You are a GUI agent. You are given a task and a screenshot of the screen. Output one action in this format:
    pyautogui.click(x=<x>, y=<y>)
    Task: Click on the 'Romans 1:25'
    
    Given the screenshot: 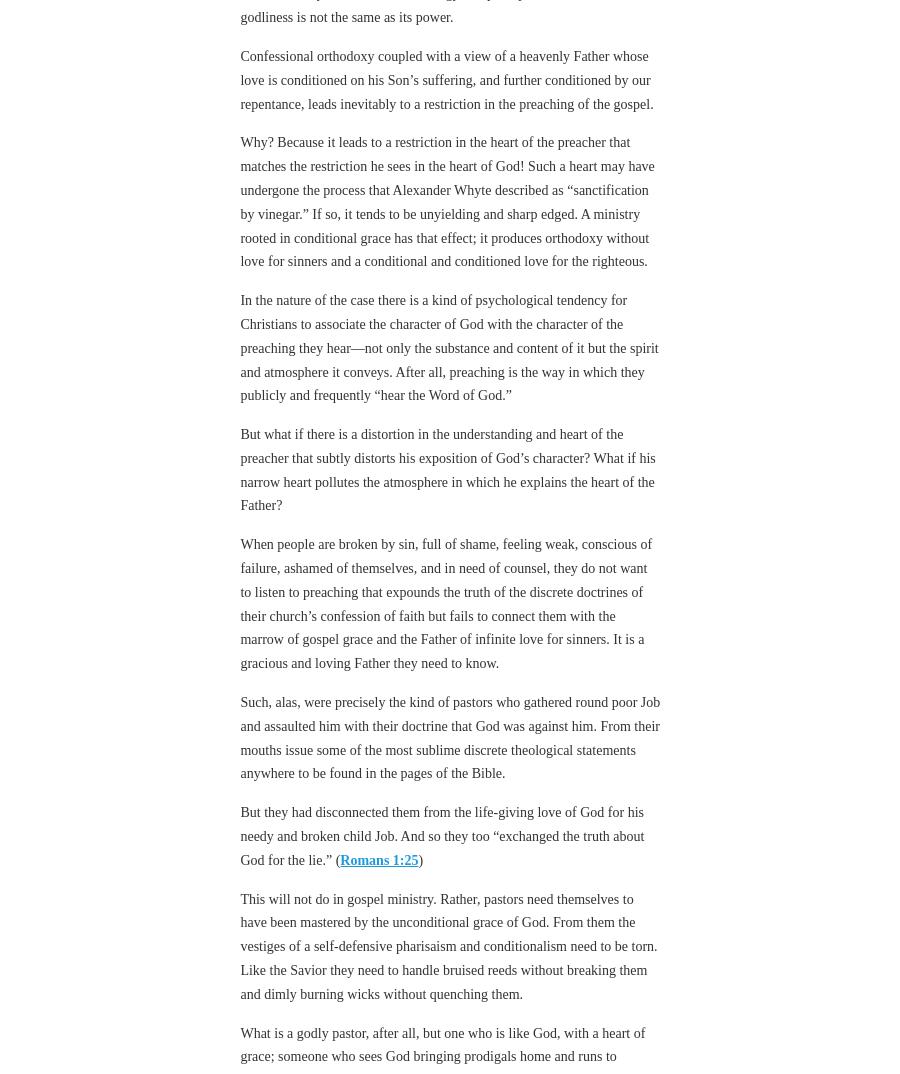 What is the action you would take?
    pyautogui.click(x=378, y=803)
    